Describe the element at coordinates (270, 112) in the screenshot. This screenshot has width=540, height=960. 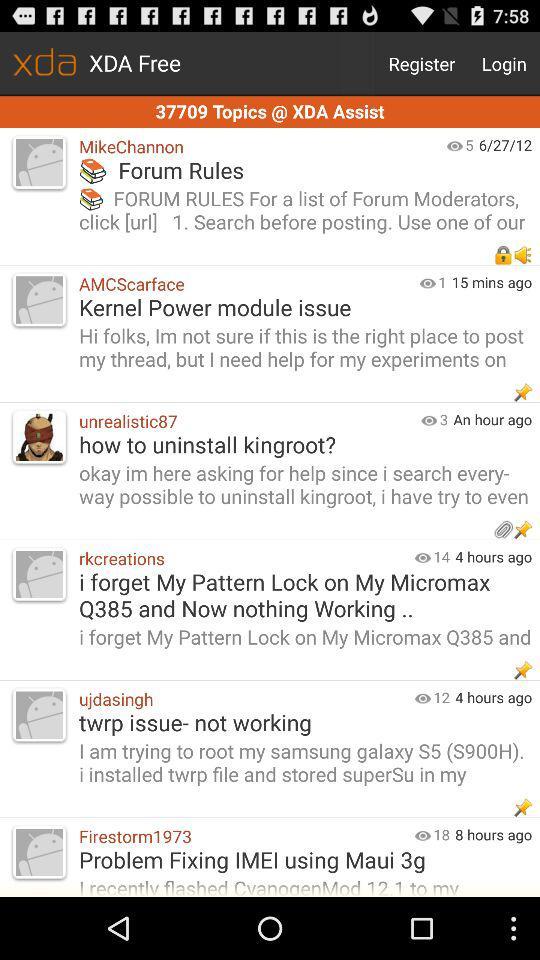
I see `item below the register icon` at that location.